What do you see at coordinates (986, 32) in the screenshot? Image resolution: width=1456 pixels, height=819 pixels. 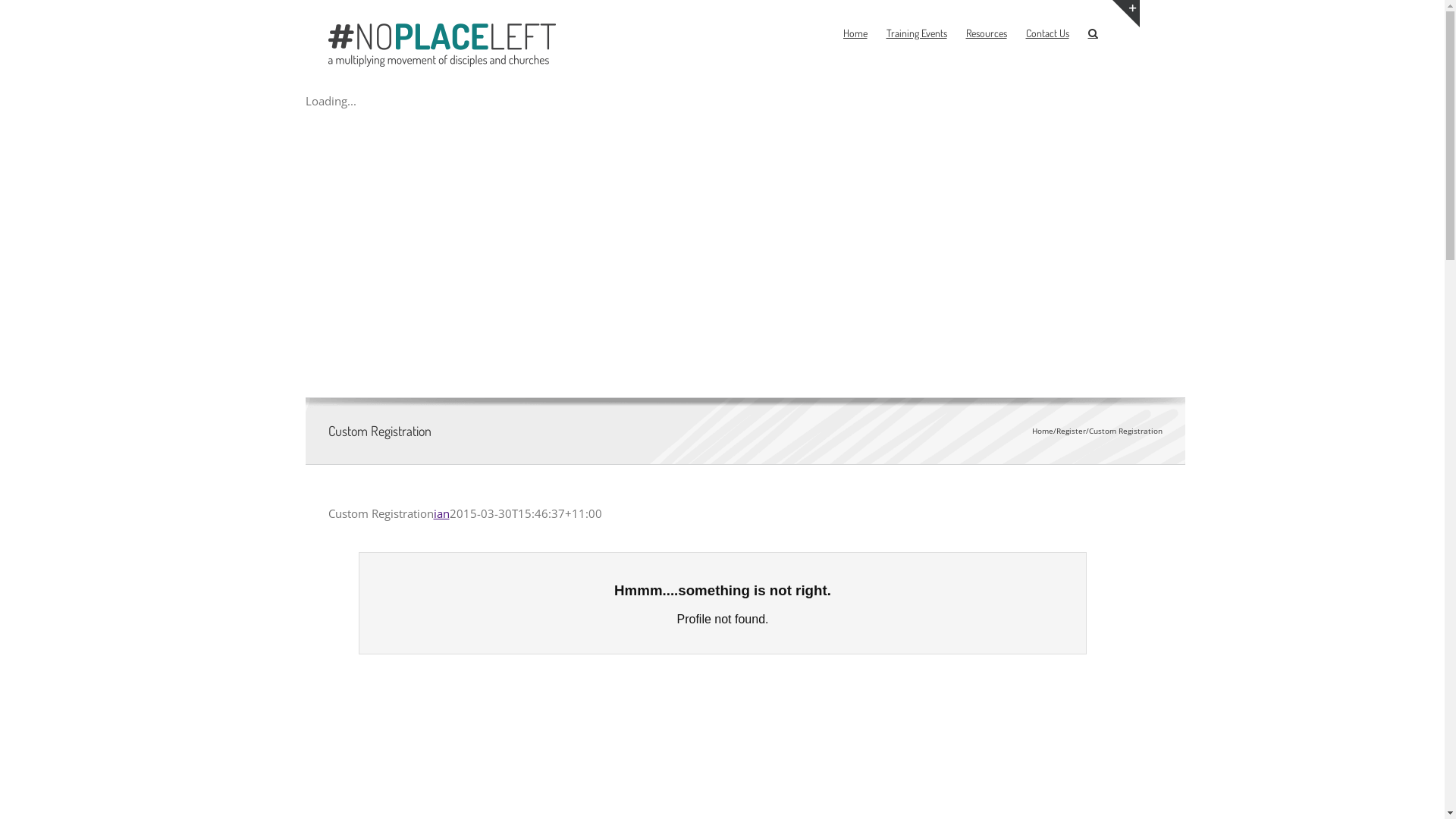 I see `'Resources'` at bounding box center [986, 32].